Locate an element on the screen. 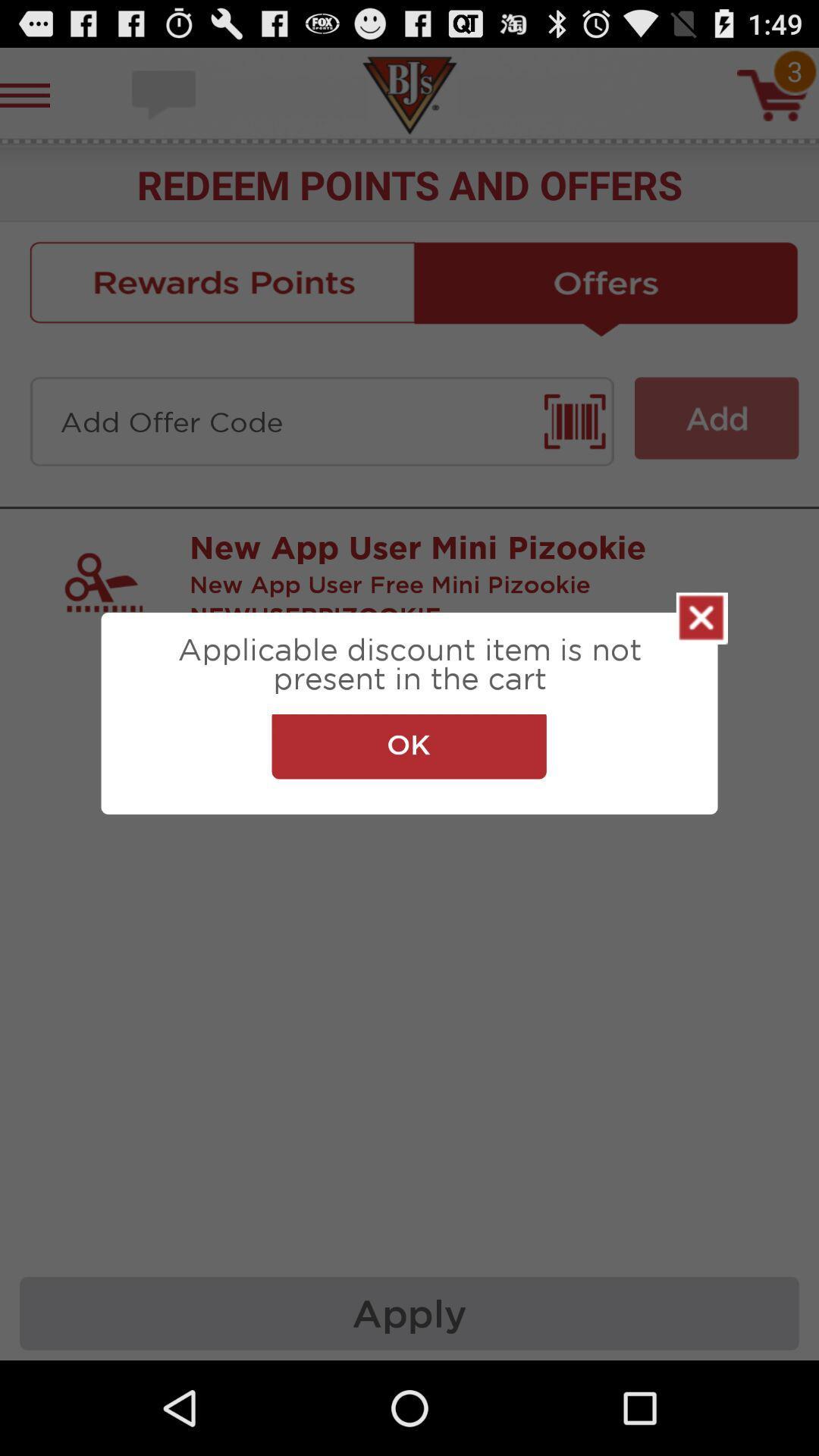 The width and height of the screenshot is (819, 1456). item below the applicable discount item icon is located at coordinates (408, 746).